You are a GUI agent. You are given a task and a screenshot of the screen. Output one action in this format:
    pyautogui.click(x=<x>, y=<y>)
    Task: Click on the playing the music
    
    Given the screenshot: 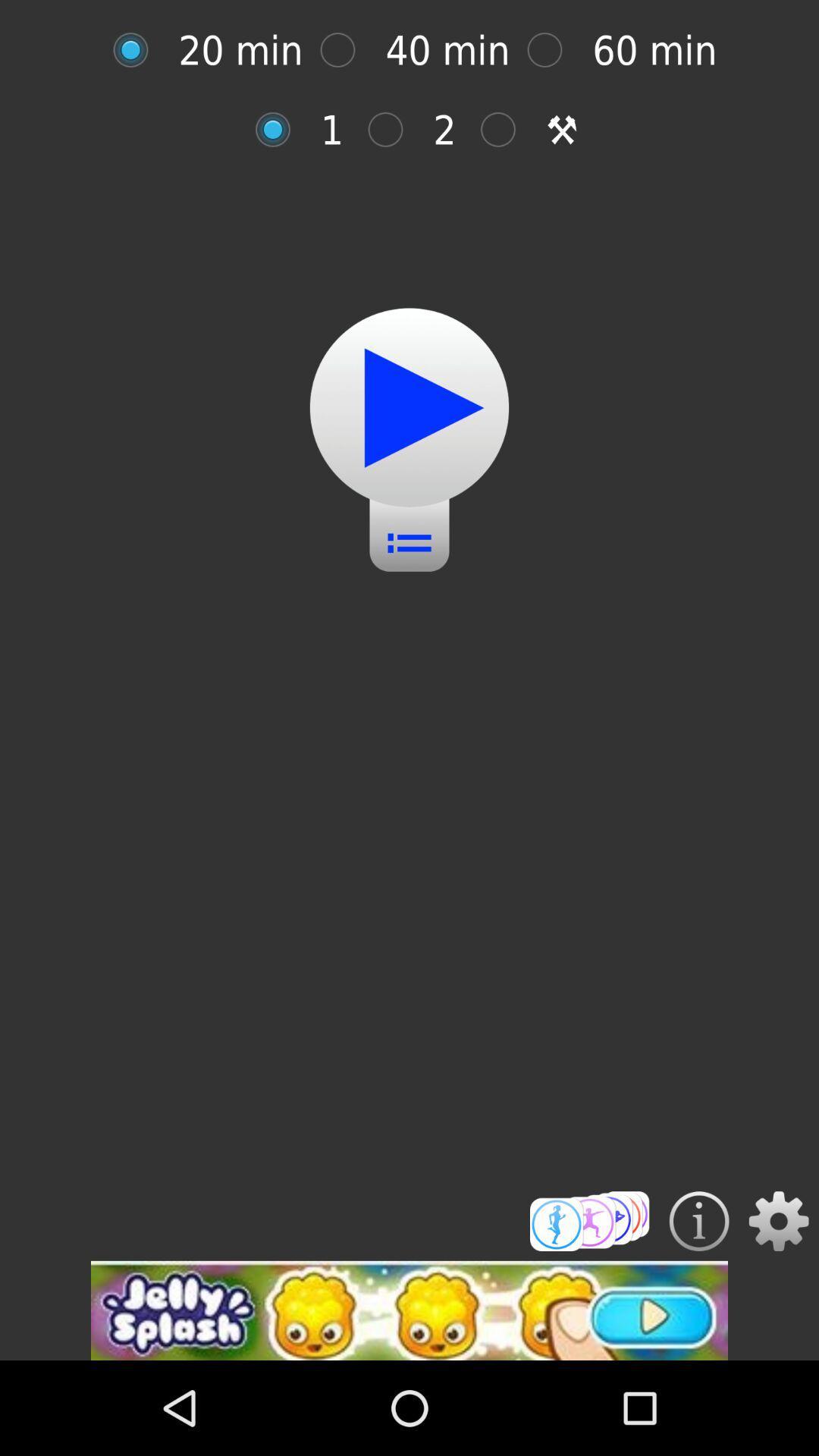 What is the action you would take?
    pyautogui.click(x=409, y=407)
    